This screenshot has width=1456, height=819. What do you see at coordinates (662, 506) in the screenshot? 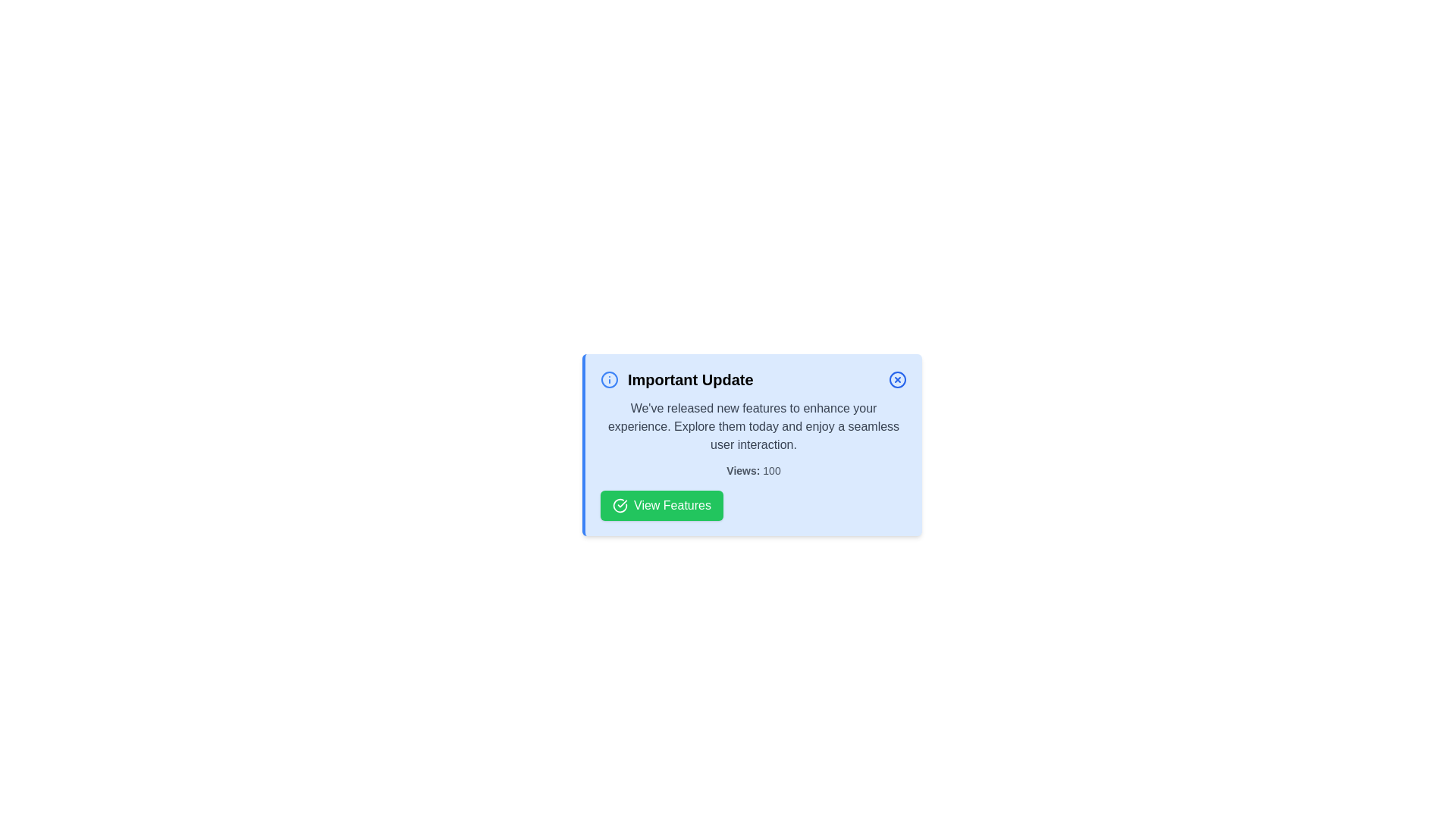
I see `the 'View Features' button to increase the view count` at bounding box center [662, 506].